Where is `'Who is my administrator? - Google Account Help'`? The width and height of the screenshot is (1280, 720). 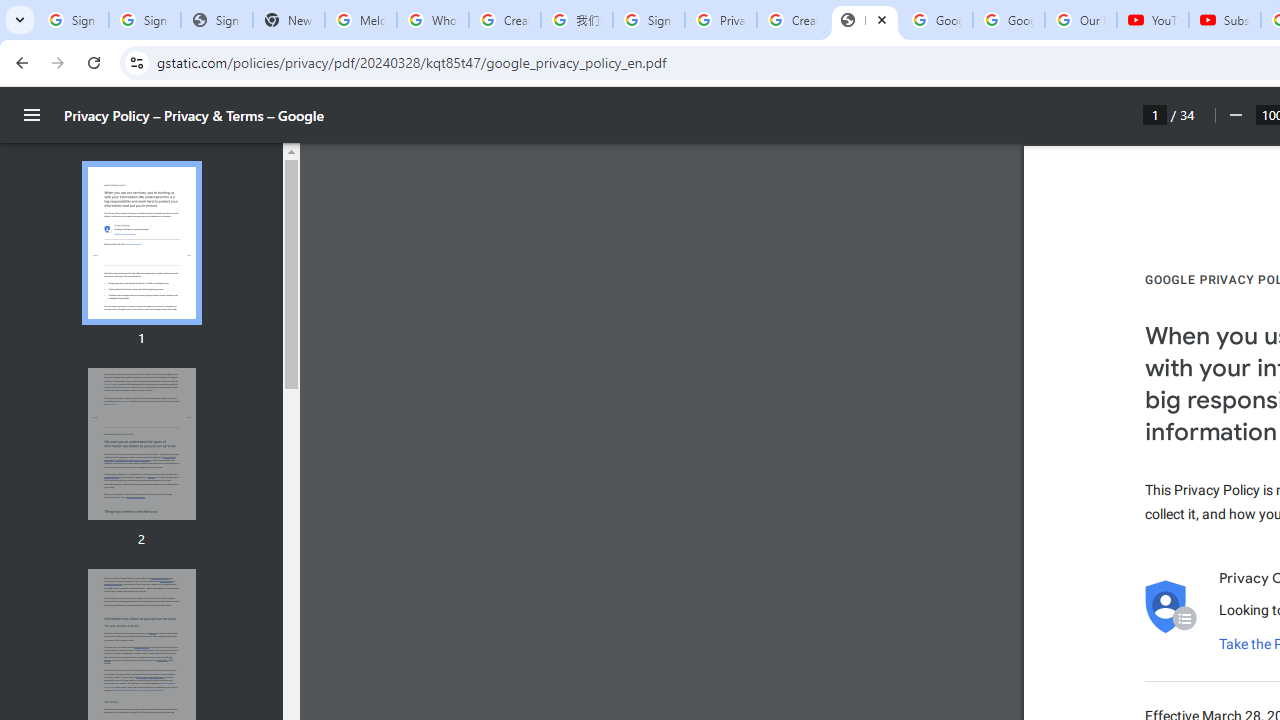
'Who is my administrator? - Google Account Help' is located at coordinates (431, 20).